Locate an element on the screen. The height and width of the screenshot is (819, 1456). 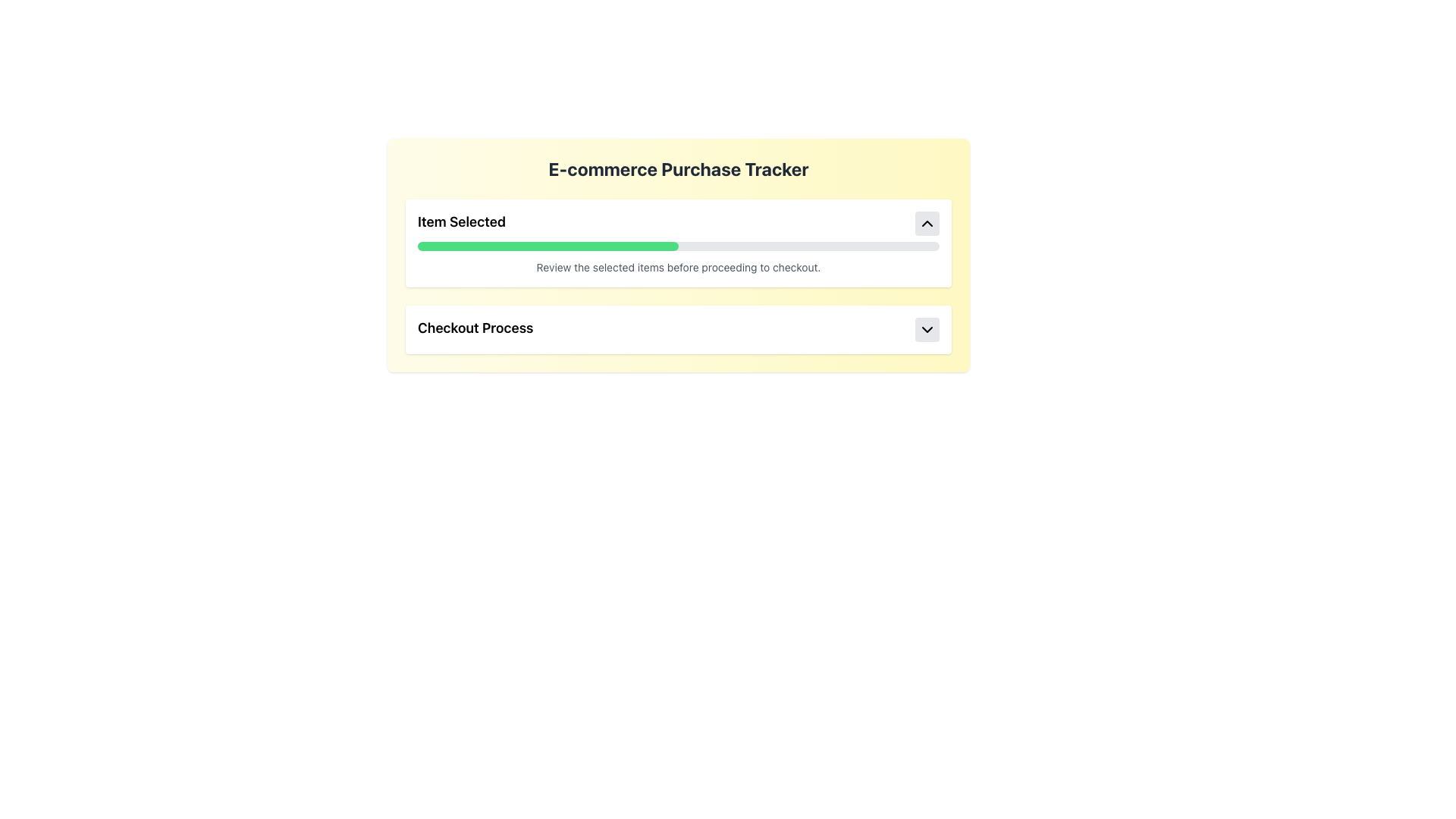
the Progress Bar indicating 50% completion, which is visually displayed above the text 'Review the selected items before proceeding to checkout.' is located at coordinates (548, 245).